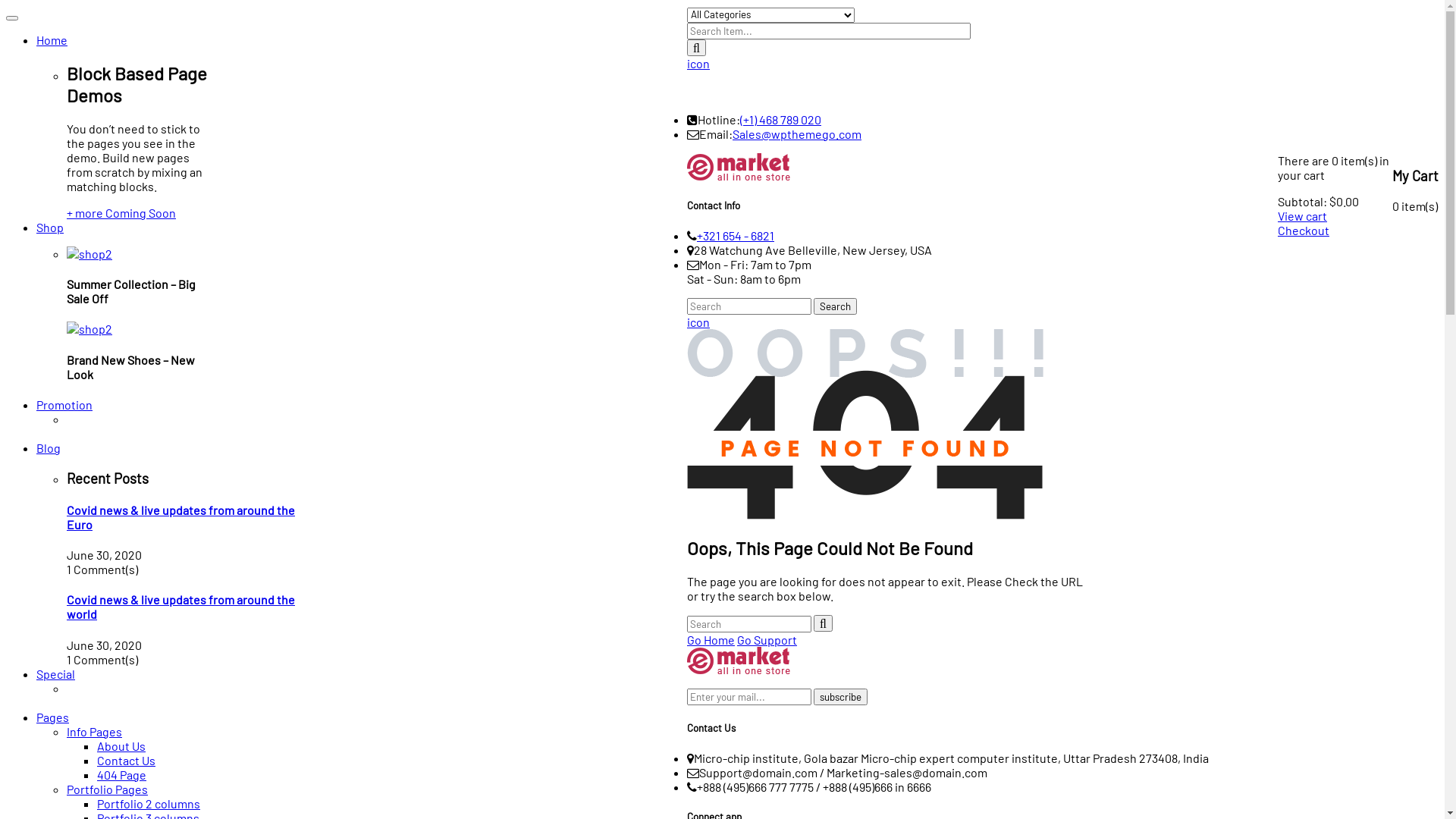 The width and height of the screenshot is (1456, 819). I want to click on 'Portfolio 2 columns', so click(96, 802).